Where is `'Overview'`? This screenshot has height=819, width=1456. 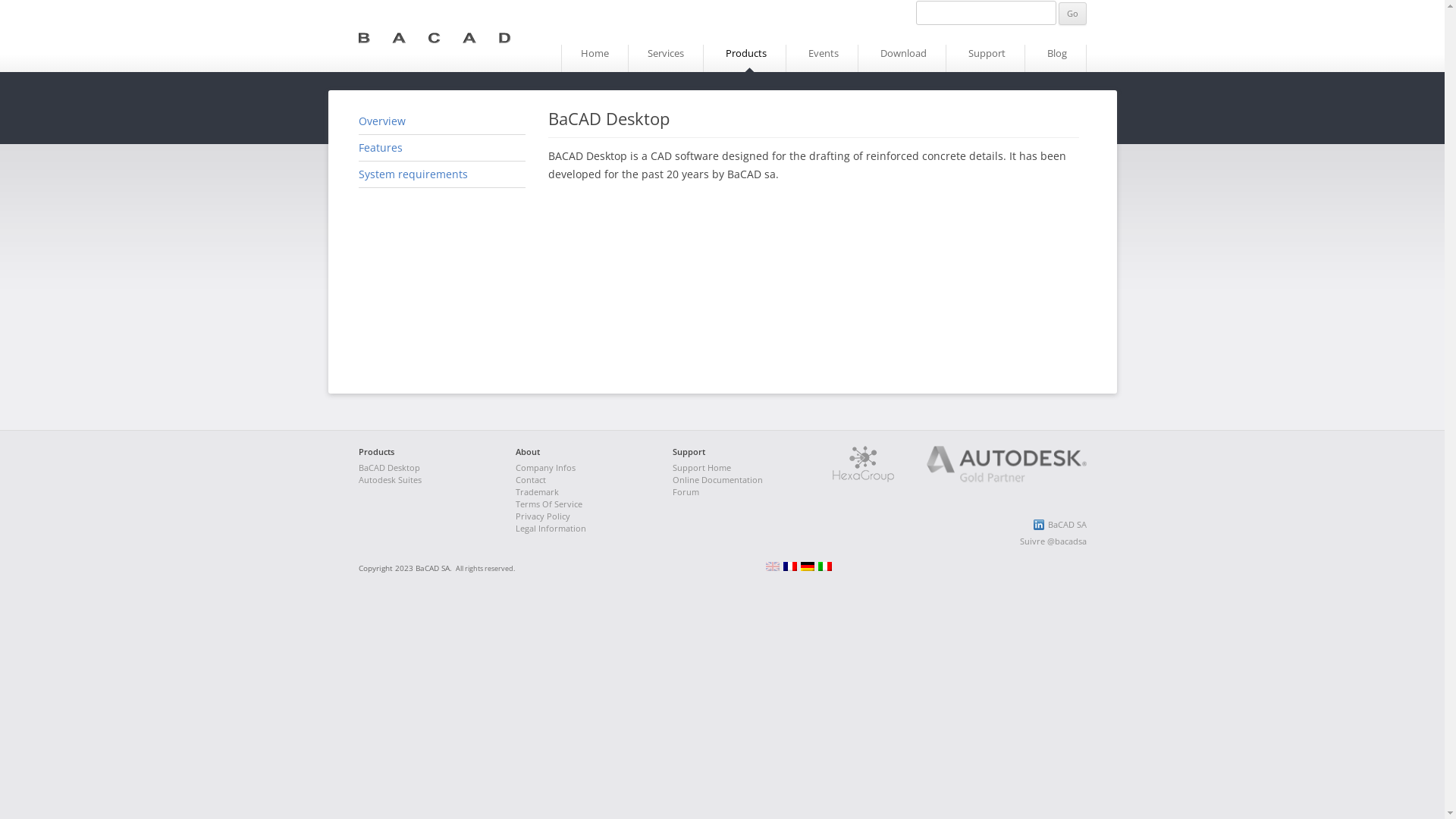 'Overview' is located at coordinates (381, 120).